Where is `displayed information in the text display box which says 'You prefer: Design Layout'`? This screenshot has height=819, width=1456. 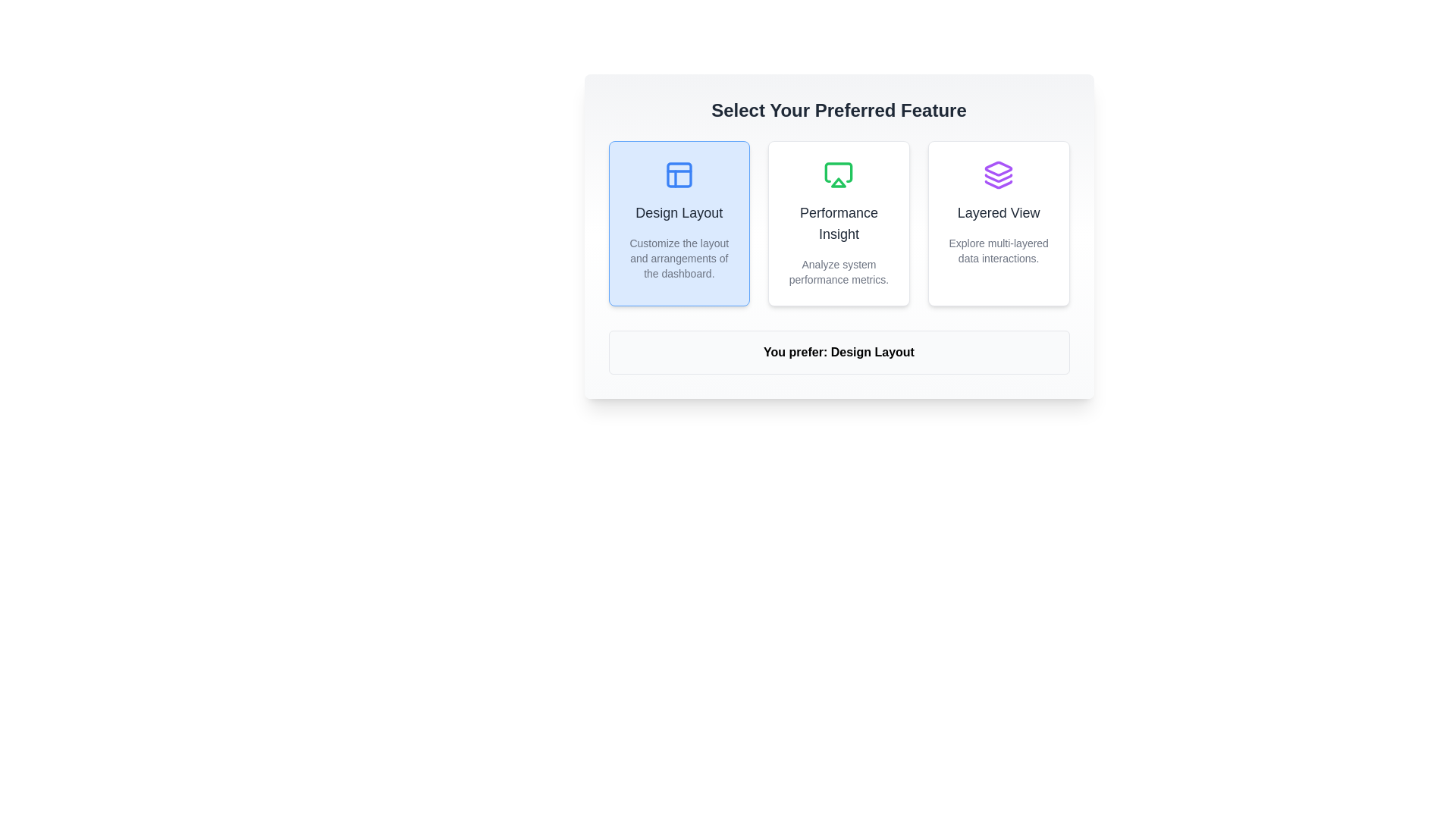 displayed information in the text display box which says 'You prefer: Design Layout' is located at coordinates (838, 353).